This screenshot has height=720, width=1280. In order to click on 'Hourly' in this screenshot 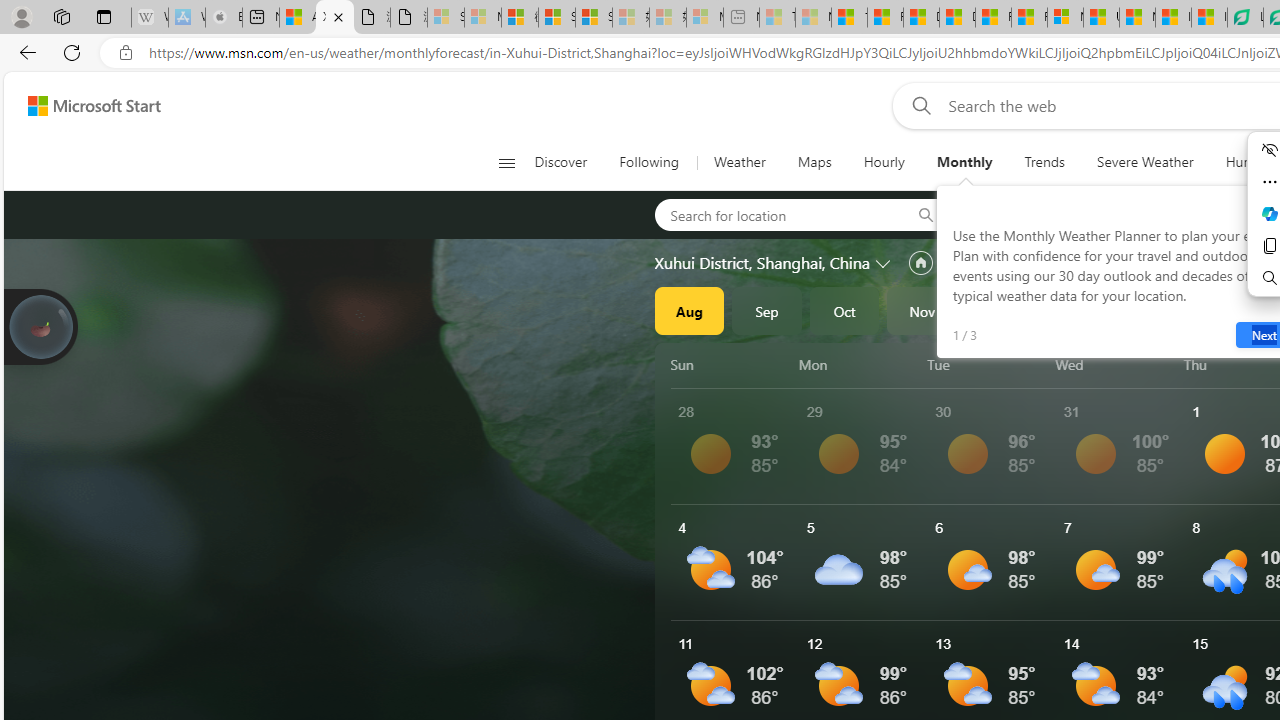, I will do `click(883, 162)`.